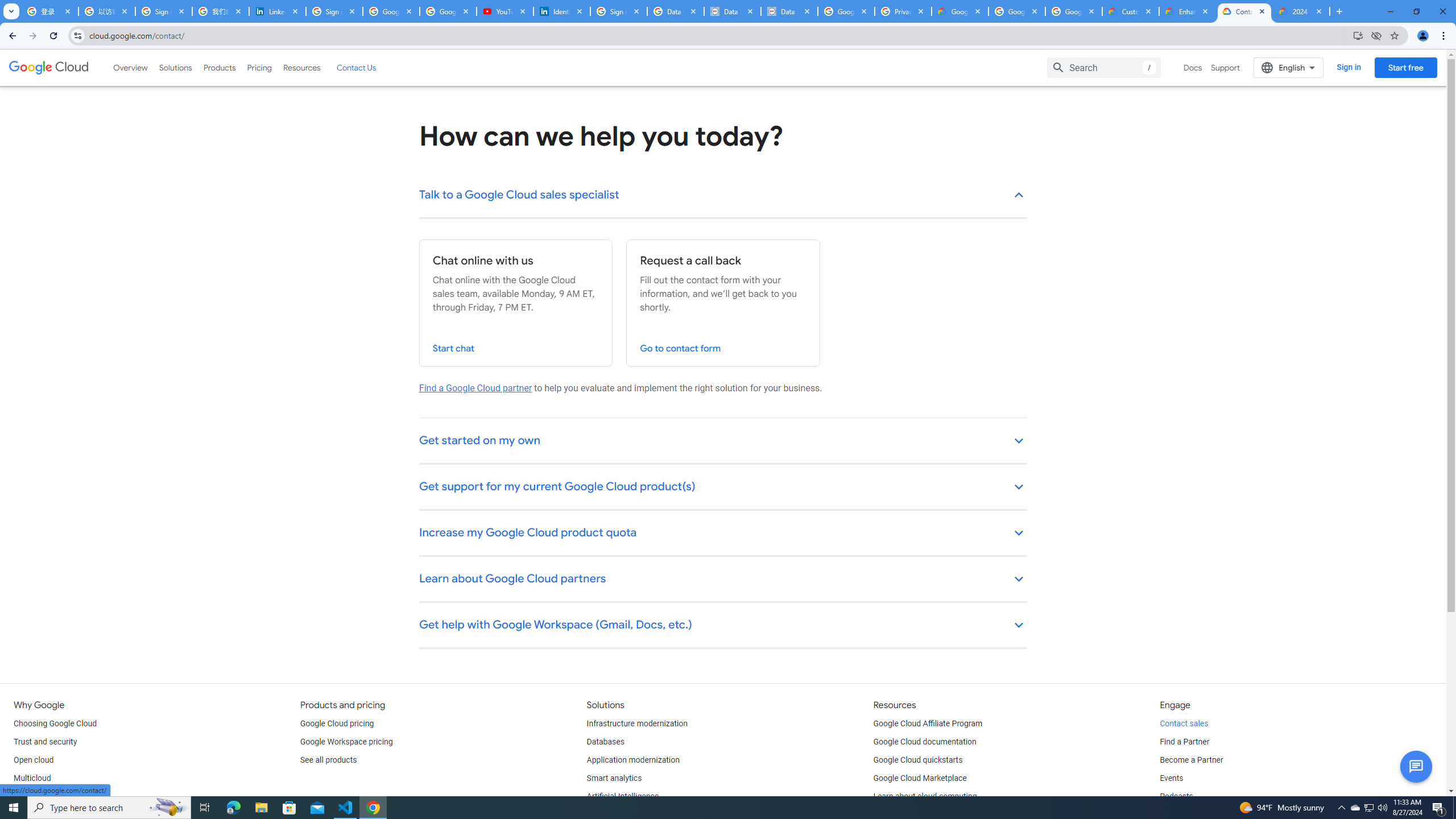  I want to click on 'LinkedIn Privacy Policy', so click(278, 11).